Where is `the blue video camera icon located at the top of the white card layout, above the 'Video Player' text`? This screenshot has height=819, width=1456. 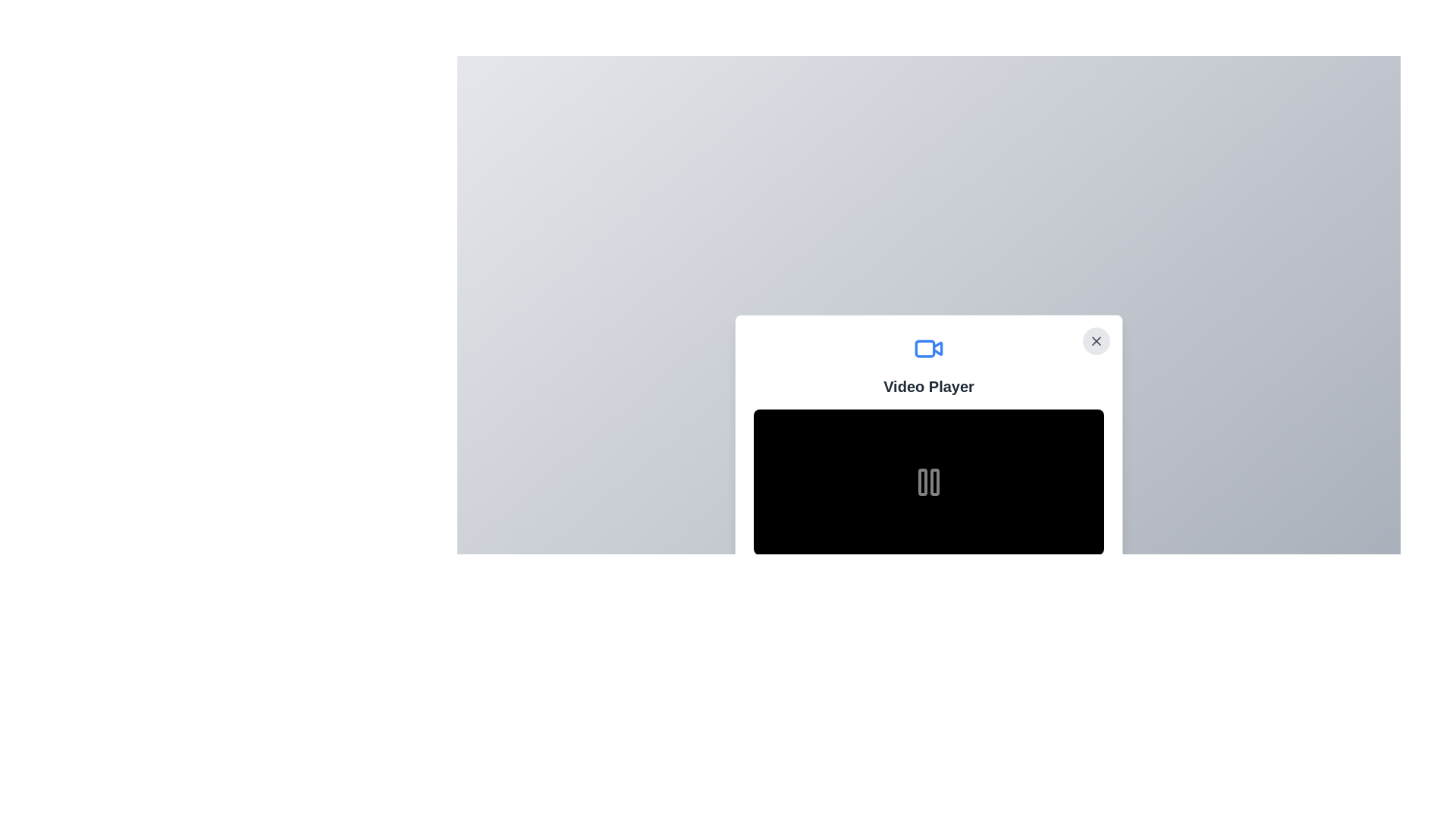 the blue video camera icon located at the top of the white card layout, above the 'Video Player' text is located at coordinates (927, 348).